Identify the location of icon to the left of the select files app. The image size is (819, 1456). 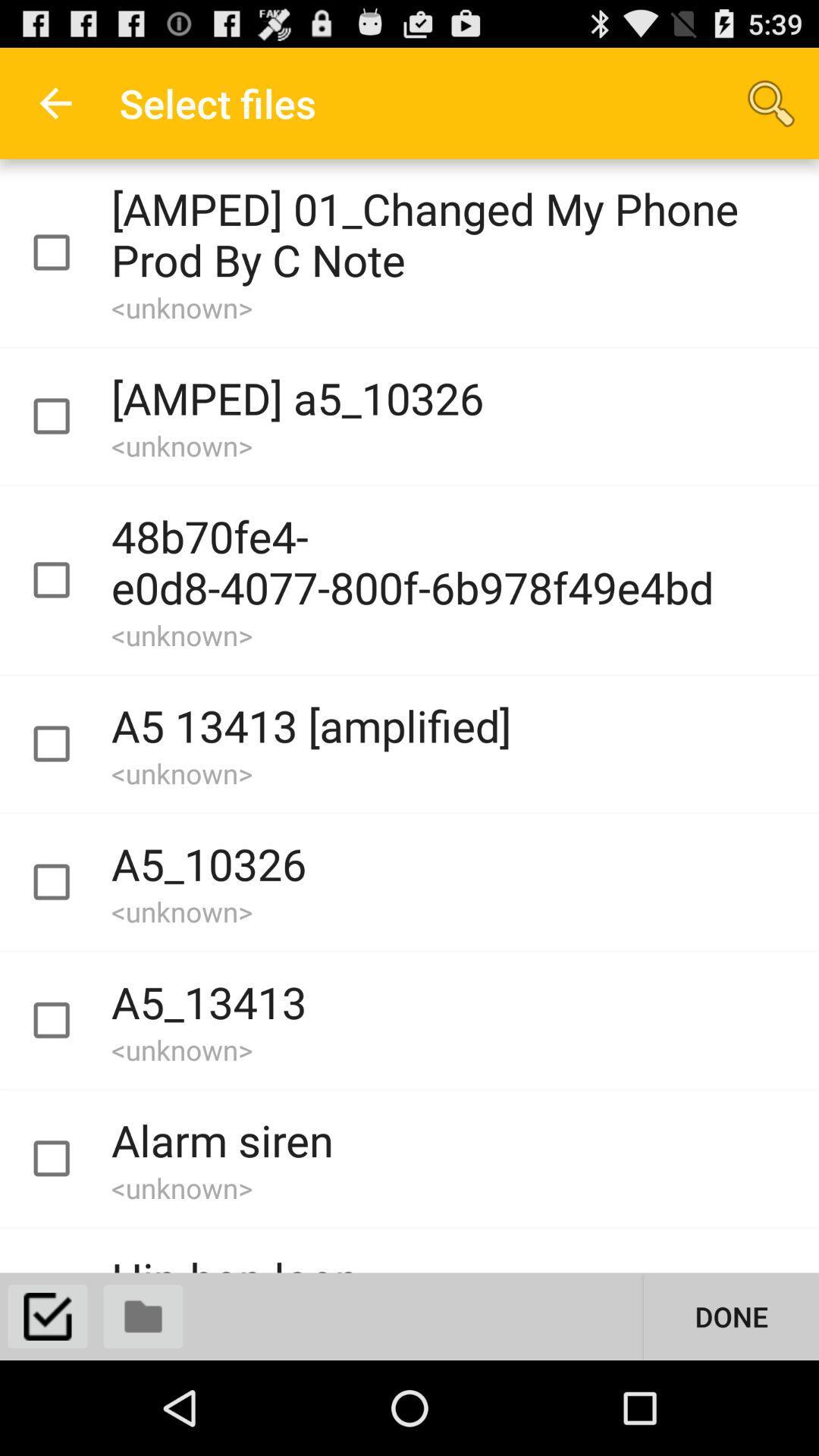
(55, 102).